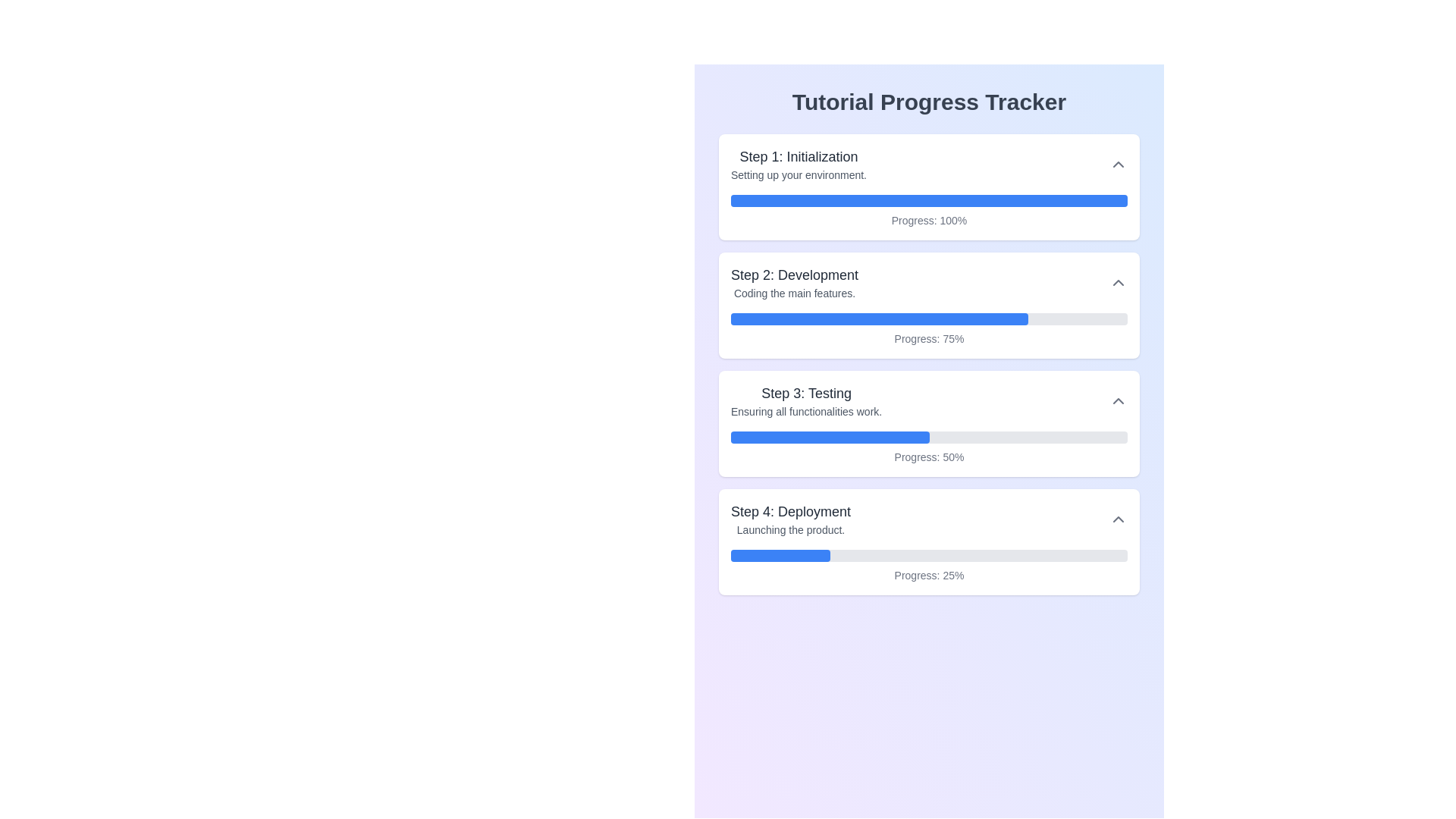  I want to click on the title and description text block for the fourth step in the tutorial progress tracker, located at the top-left within the fourth progress card, positioned below the 'Step 3: Testing' card, so click(790, 519).